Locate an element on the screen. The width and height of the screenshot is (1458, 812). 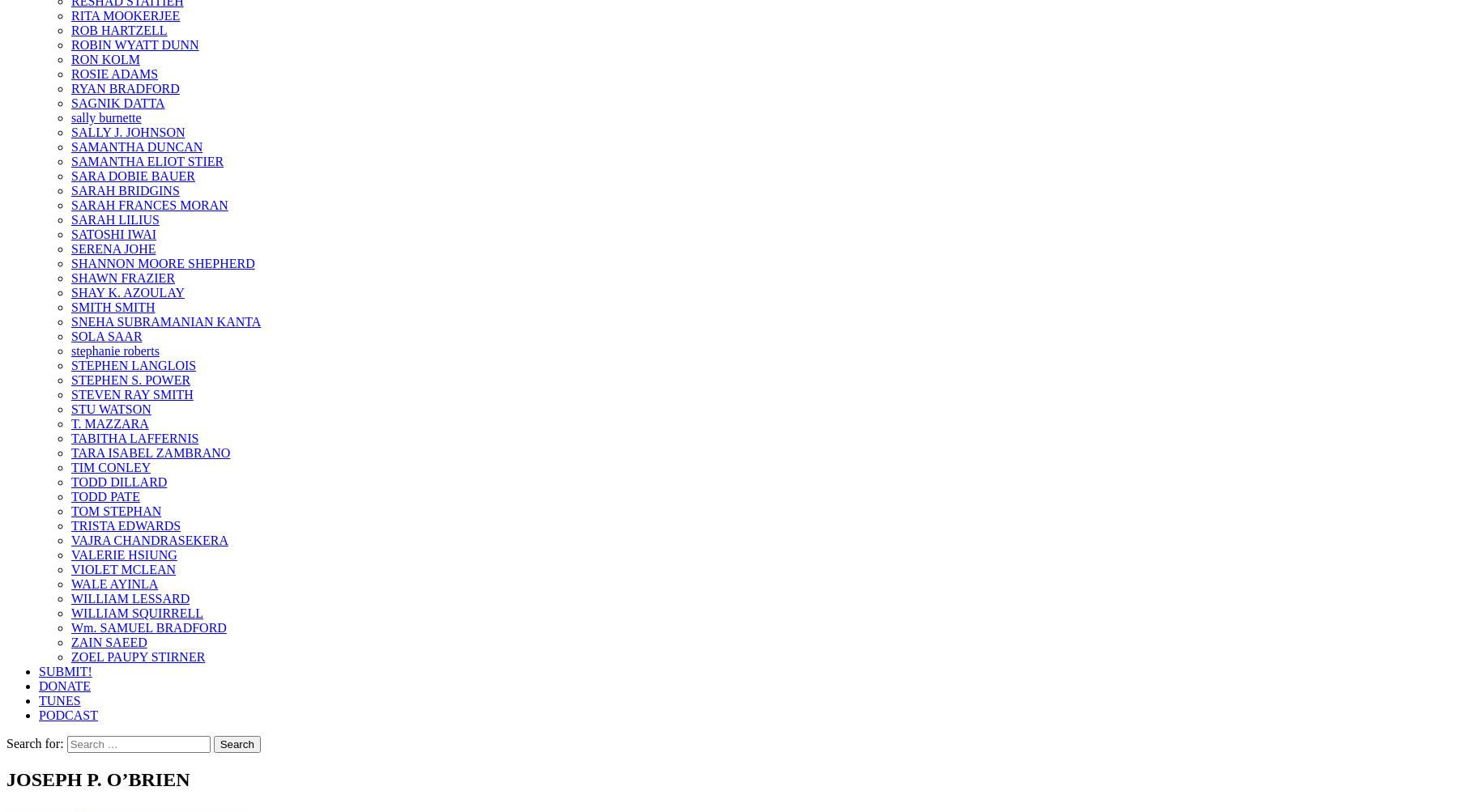
'RON KOLM' is located at coordinates (104, 59).